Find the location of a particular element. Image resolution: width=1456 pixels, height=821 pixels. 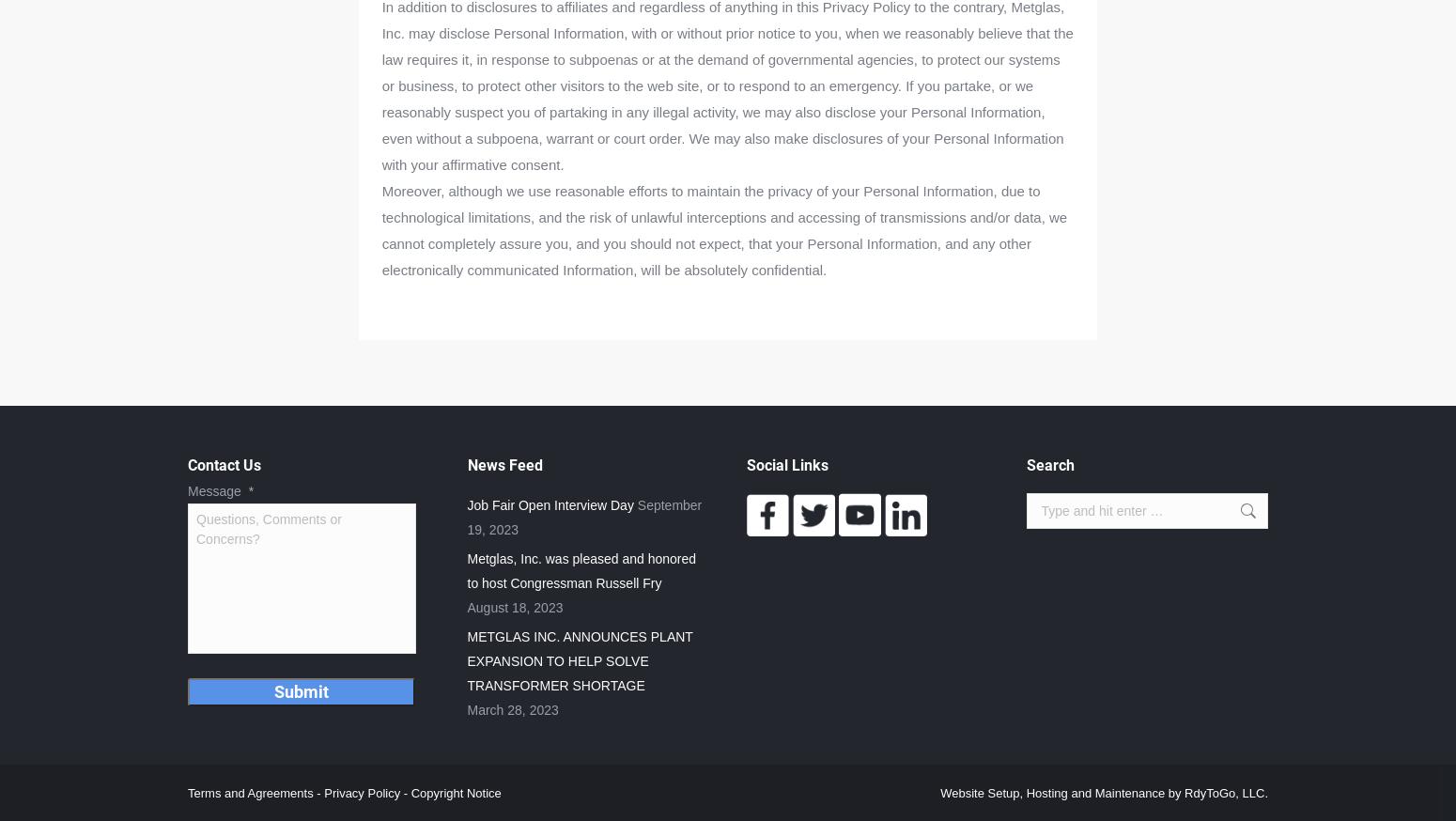

'Contact Us' is located at coordinates (225, 464).